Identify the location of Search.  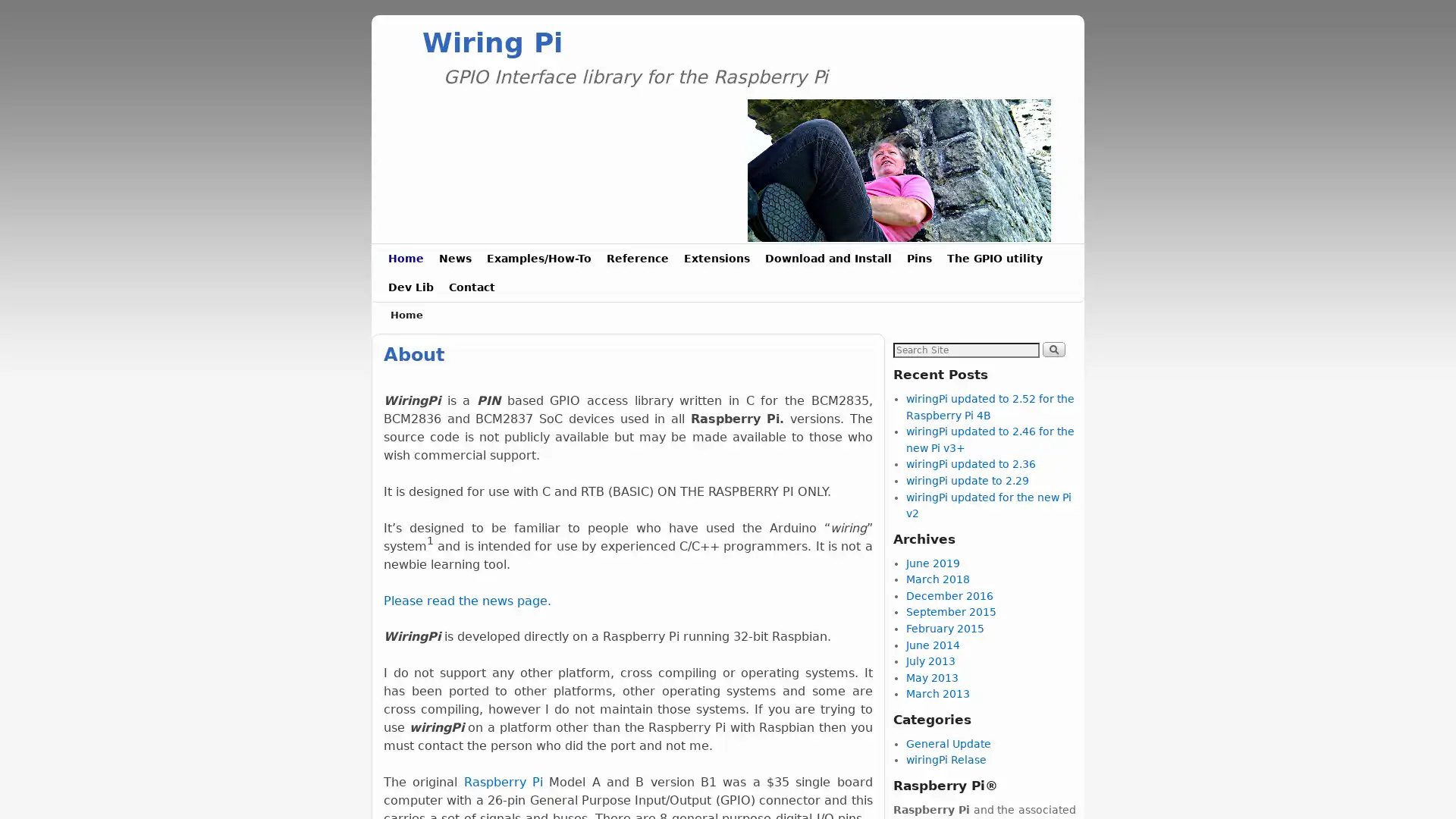
(1052, 348).